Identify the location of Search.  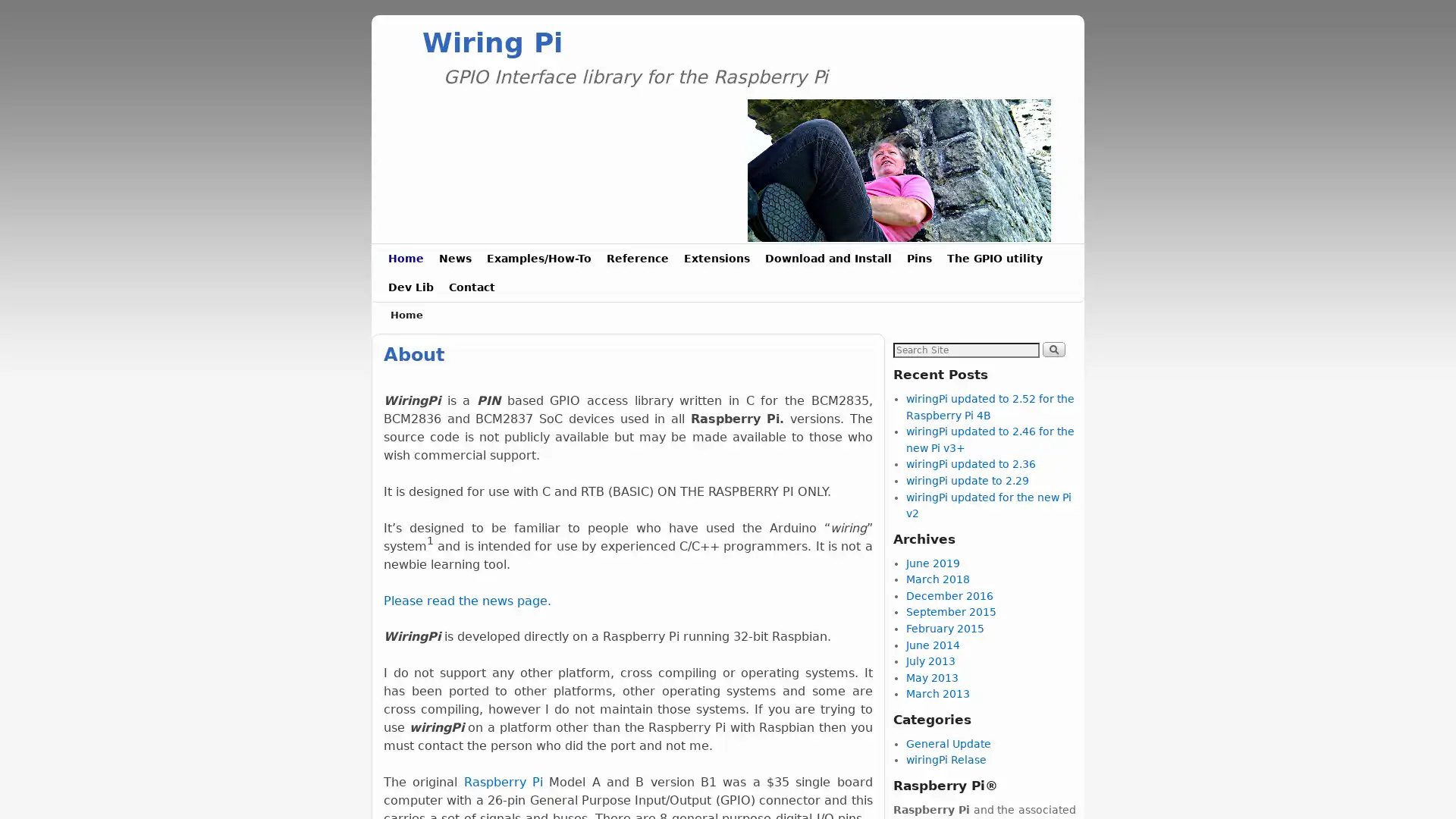
(1052, 348).